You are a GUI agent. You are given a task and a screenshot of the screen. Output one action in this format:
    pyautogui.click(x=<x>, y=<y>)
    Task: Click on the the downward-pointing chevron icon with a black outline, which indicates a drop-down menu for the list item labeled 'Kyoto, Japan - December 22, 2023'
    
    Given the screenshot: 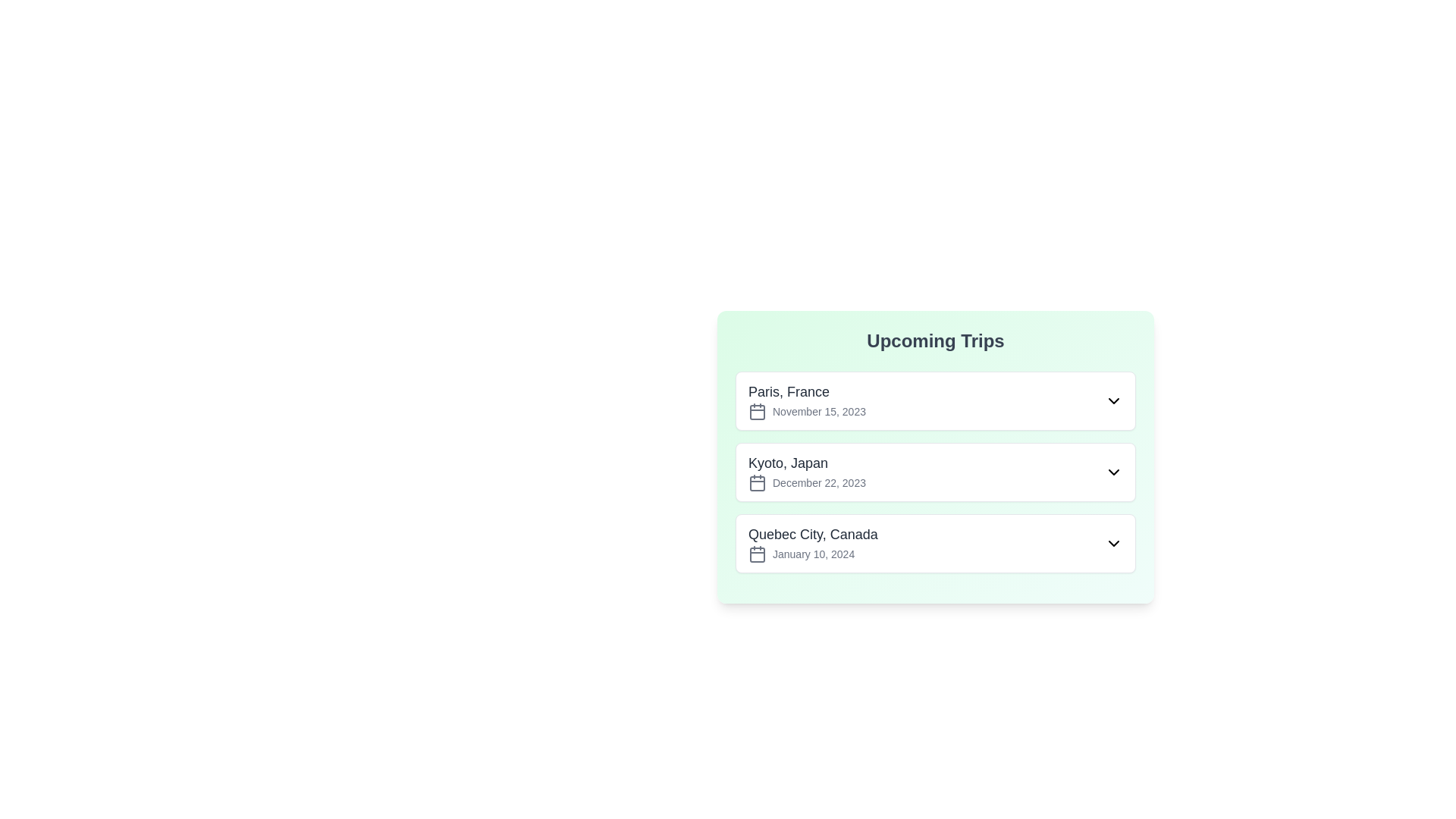 What is the action you would take?
    pyautogui.click(x=1113, y=472)
    